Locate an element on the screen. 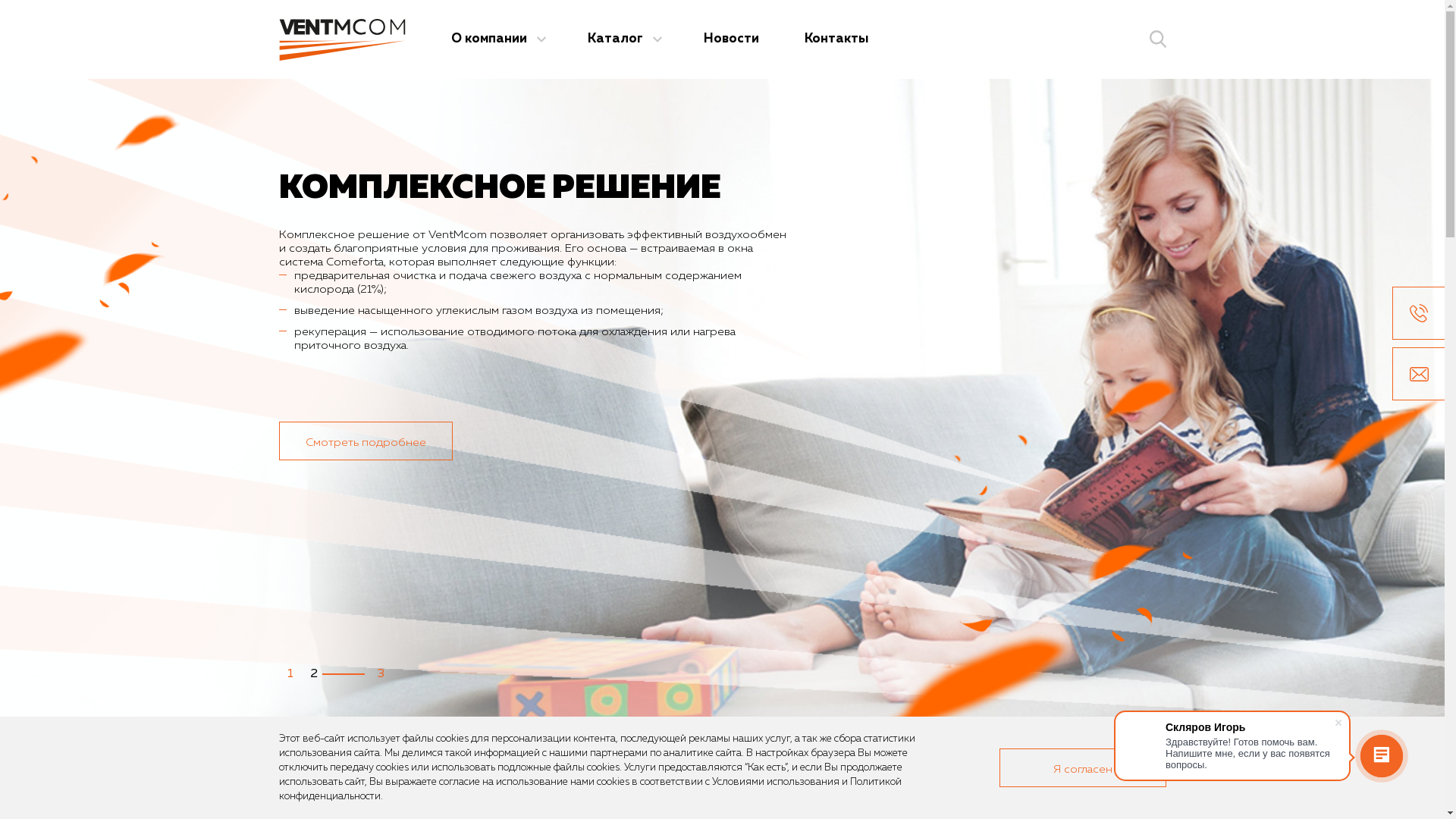 Image resolution: width=1456 pixels, height=819 pixels. 'ventmcom.ru' is located at coordinates (341, 38).